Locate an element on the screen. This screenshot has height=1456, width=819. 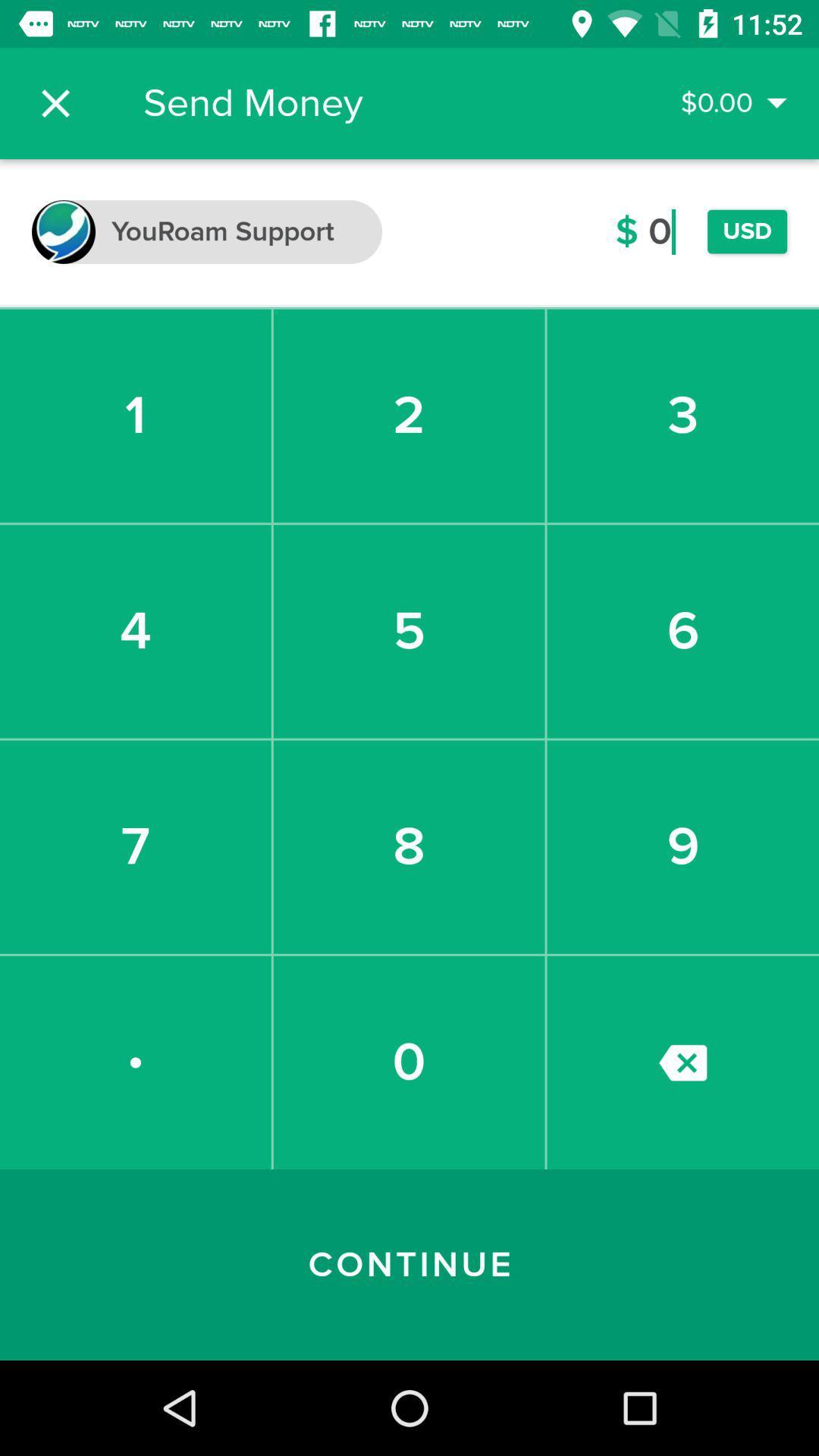
the icon to the left of the send money is located at coordinates (55, 102).